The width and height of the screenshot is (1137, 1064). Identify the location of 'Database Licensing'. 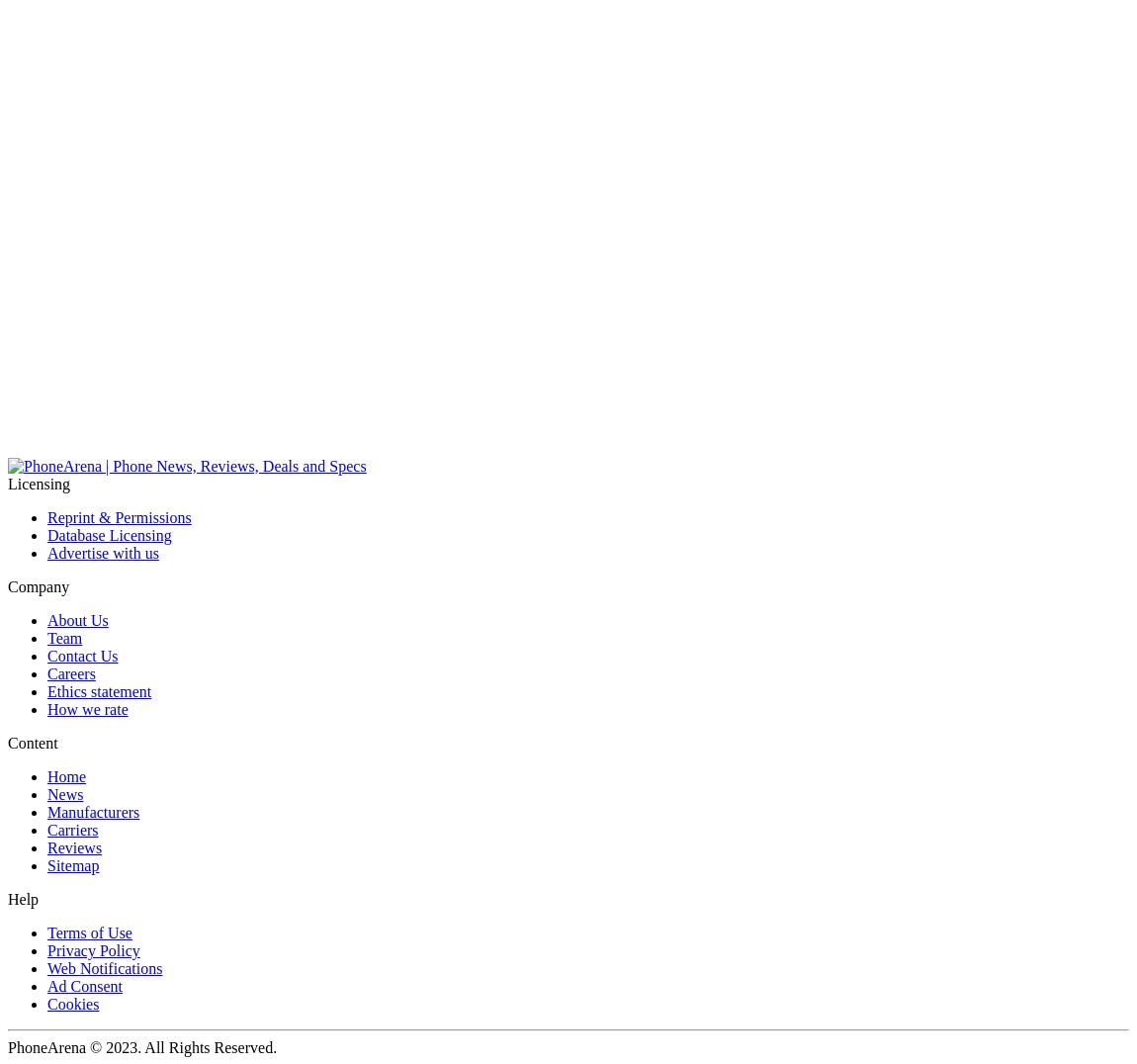
(108, 534).